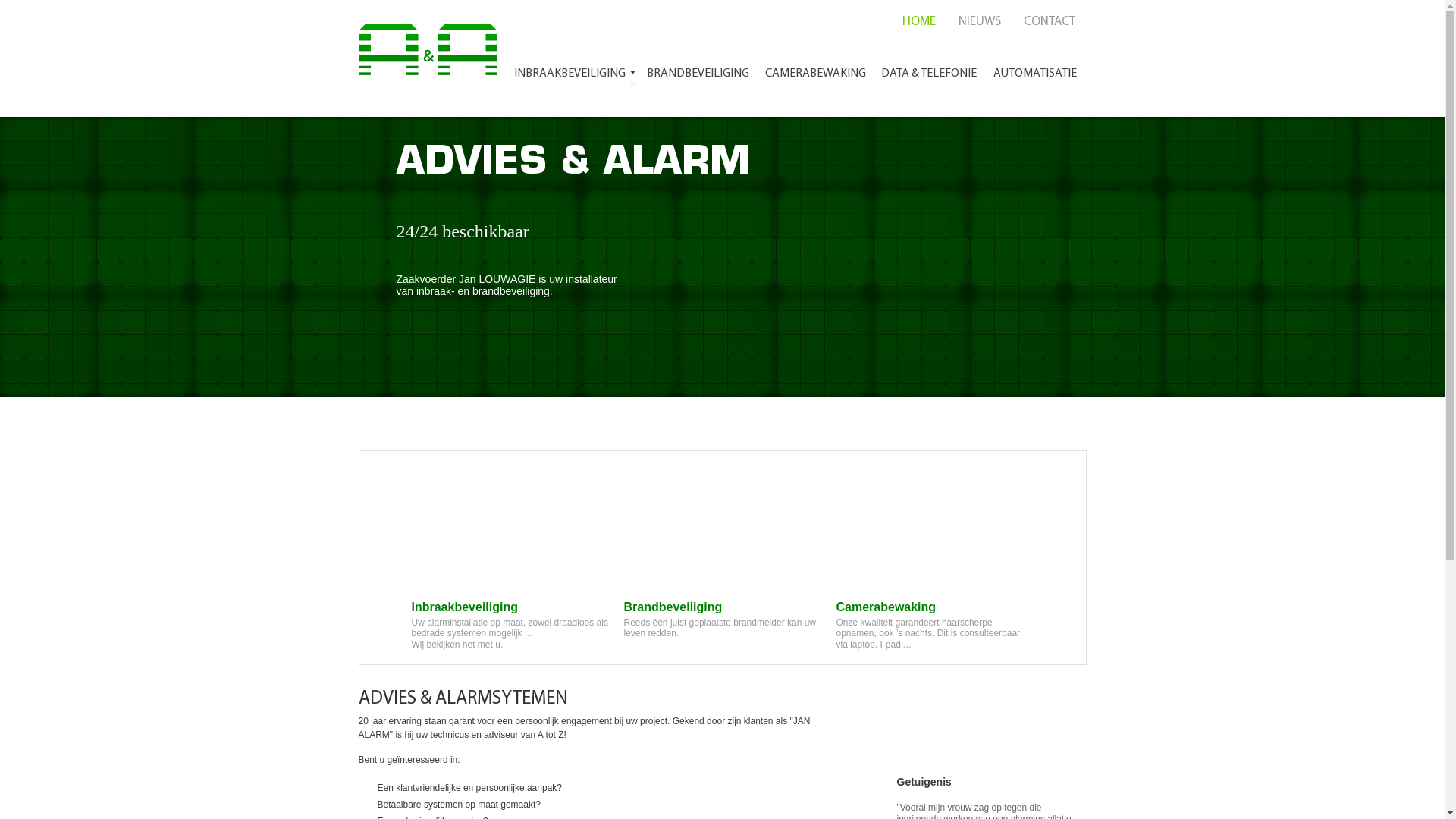 The width and height of the screenshot is (1456, 819). What do you see at coordinates (696, 76) in the screenshot?
I see `'BRANDBEVEILIGING'` at bounding box center [696, 76].